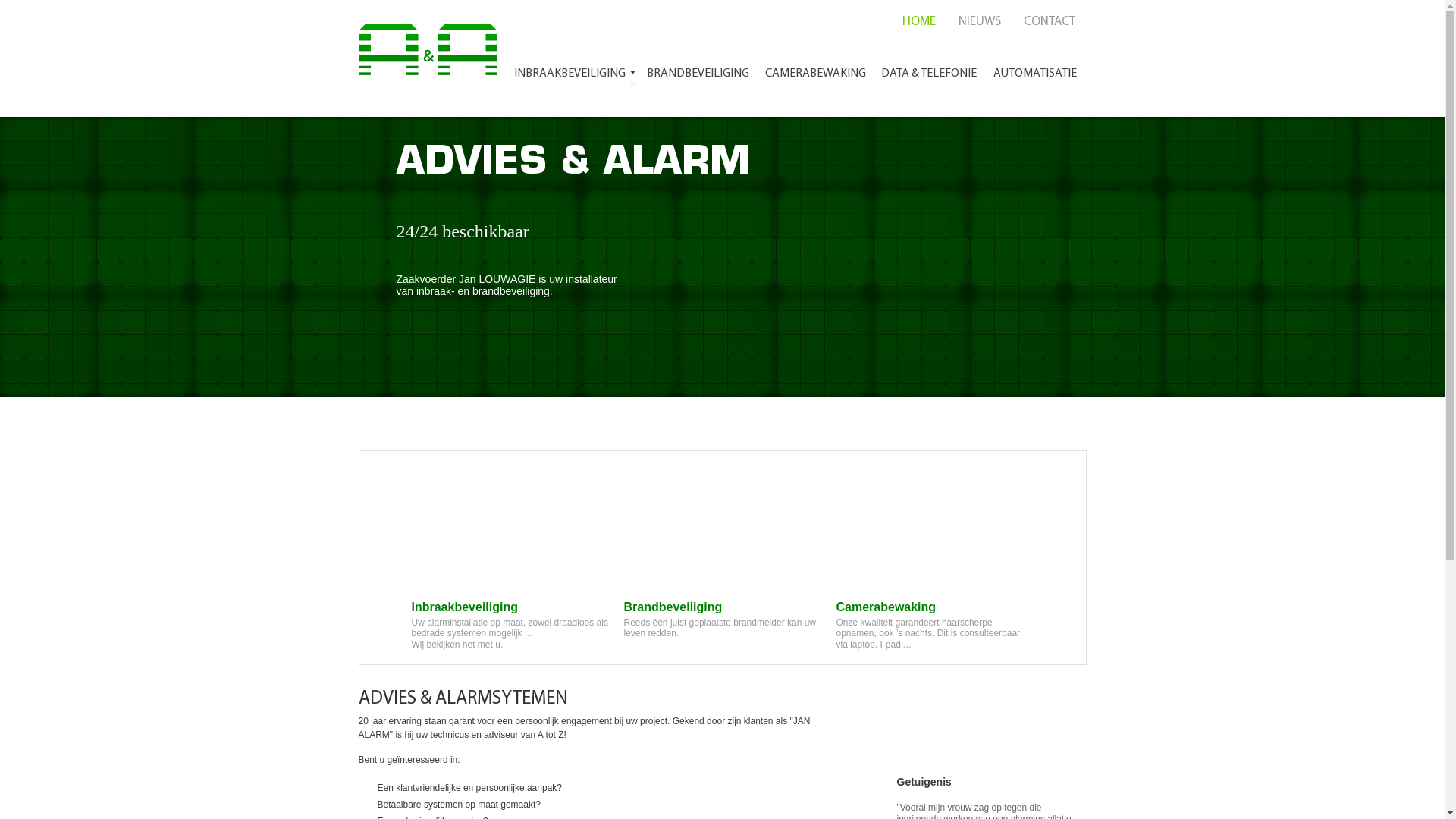 The width and height of the screenshot is (1456, 819). What do you see at coordinates (696, 76) in the screenshot?
I see `'BRANDBEVEILIGING'` at bounding box center [696, 76].